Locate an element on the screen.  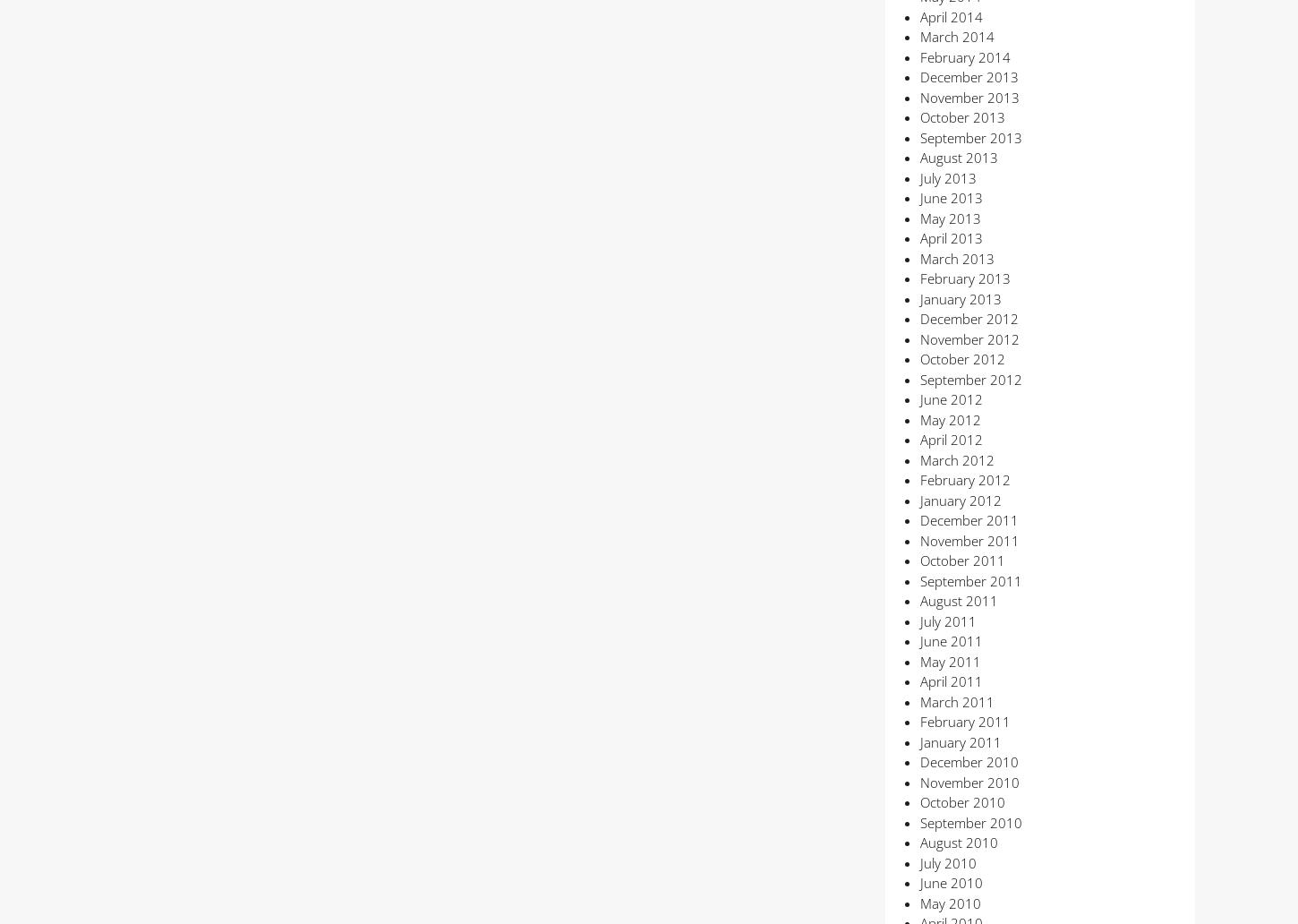
'June 2010' is located at coordinates (950, 881).